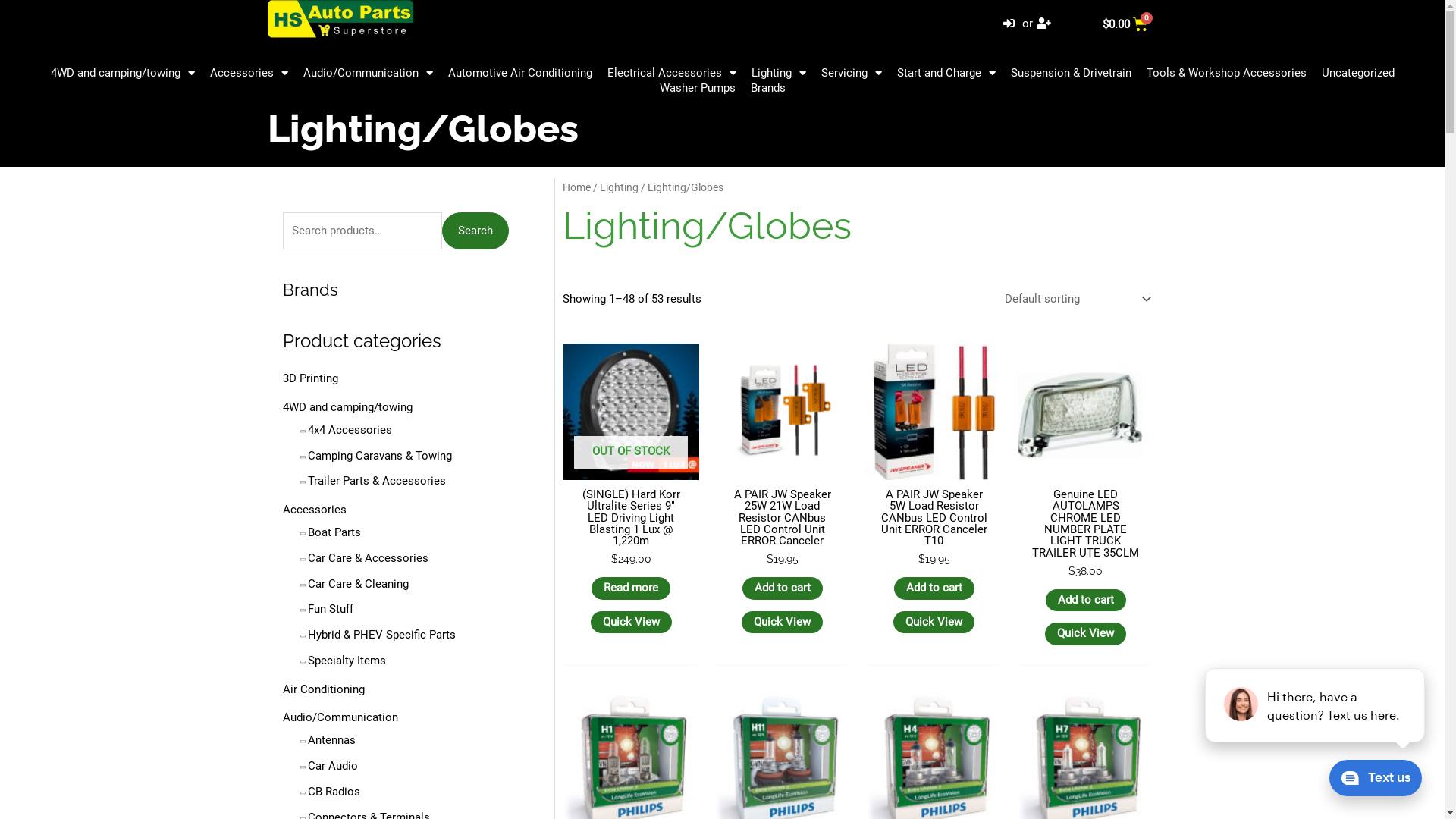 The image size is (1456, 819). Describe the element at coordinates (334, 532) in the screenshot. I see `'Boat Parts'` at that location.